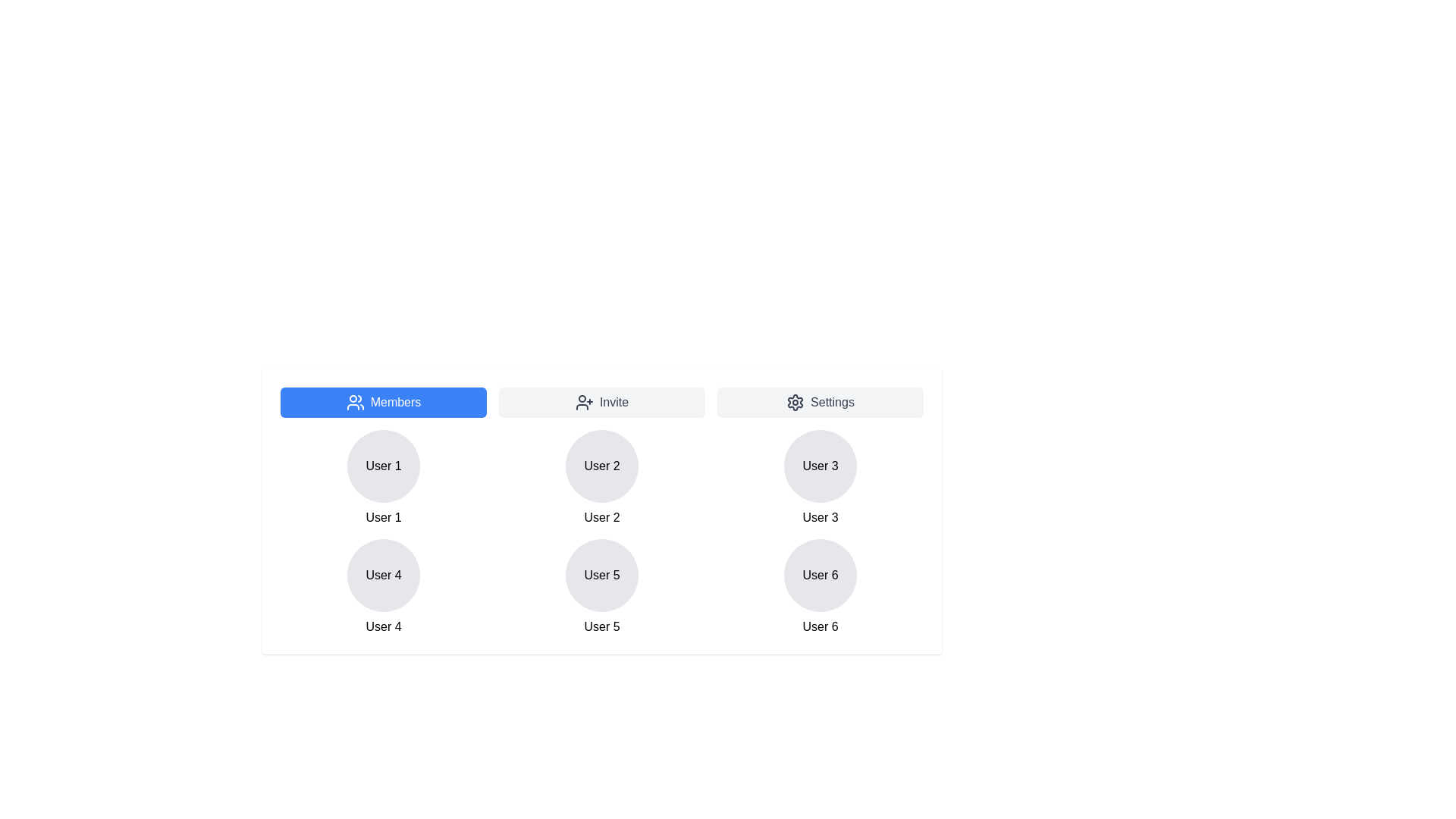 Image resolution: width=1456 pixels, height=819 pixels. Describe the element at coordinates (383, 626) in the screenshot. I see `the 'User 4' text label located below the circular icon` at that location.